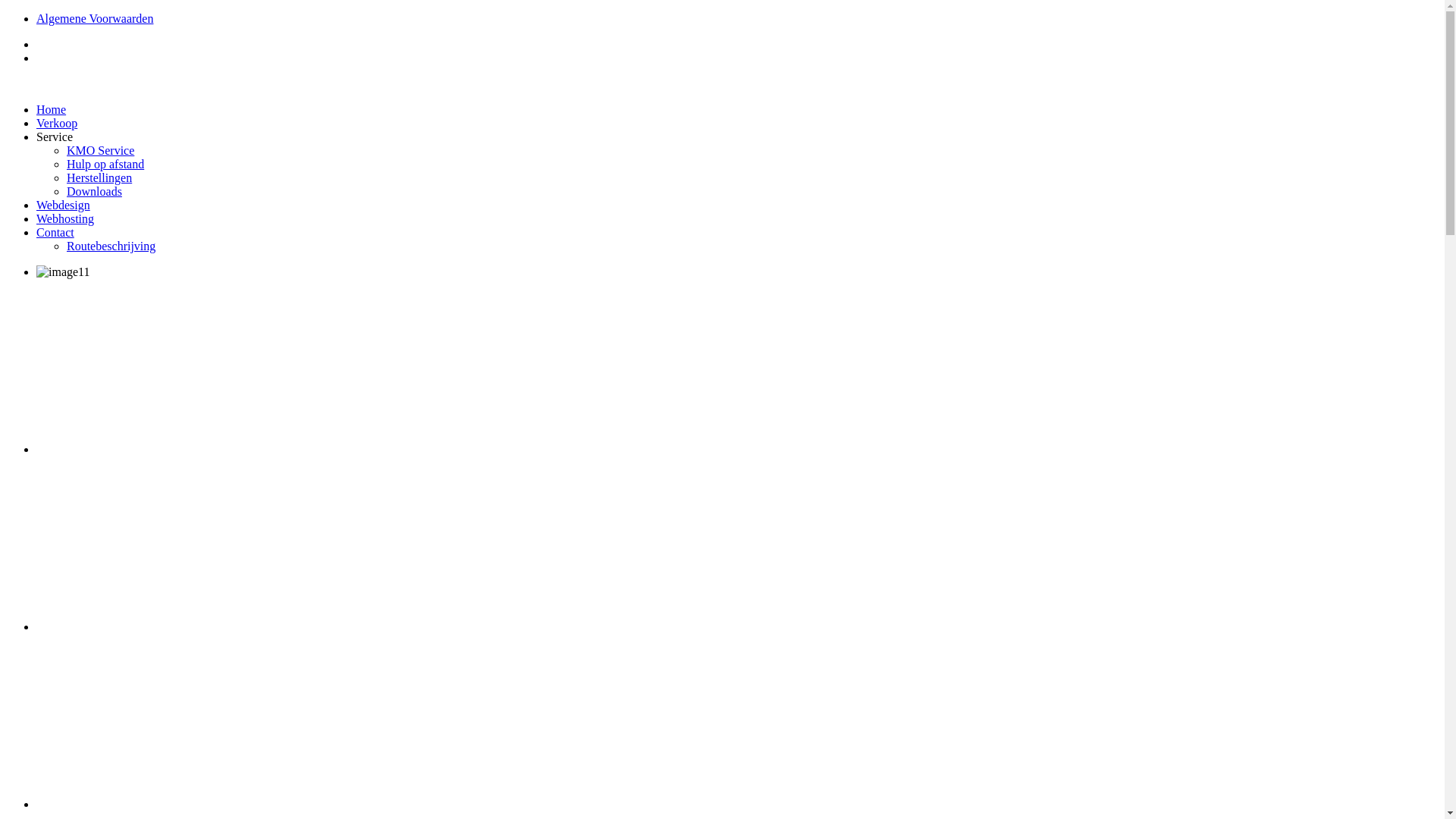 Image resolution: width=1456 pixels, height=819 pixels. What do you see at coordinates (105, 164) in the screenshot?
I see `'Hulp op afstand'` at bounding box center [105, 164].